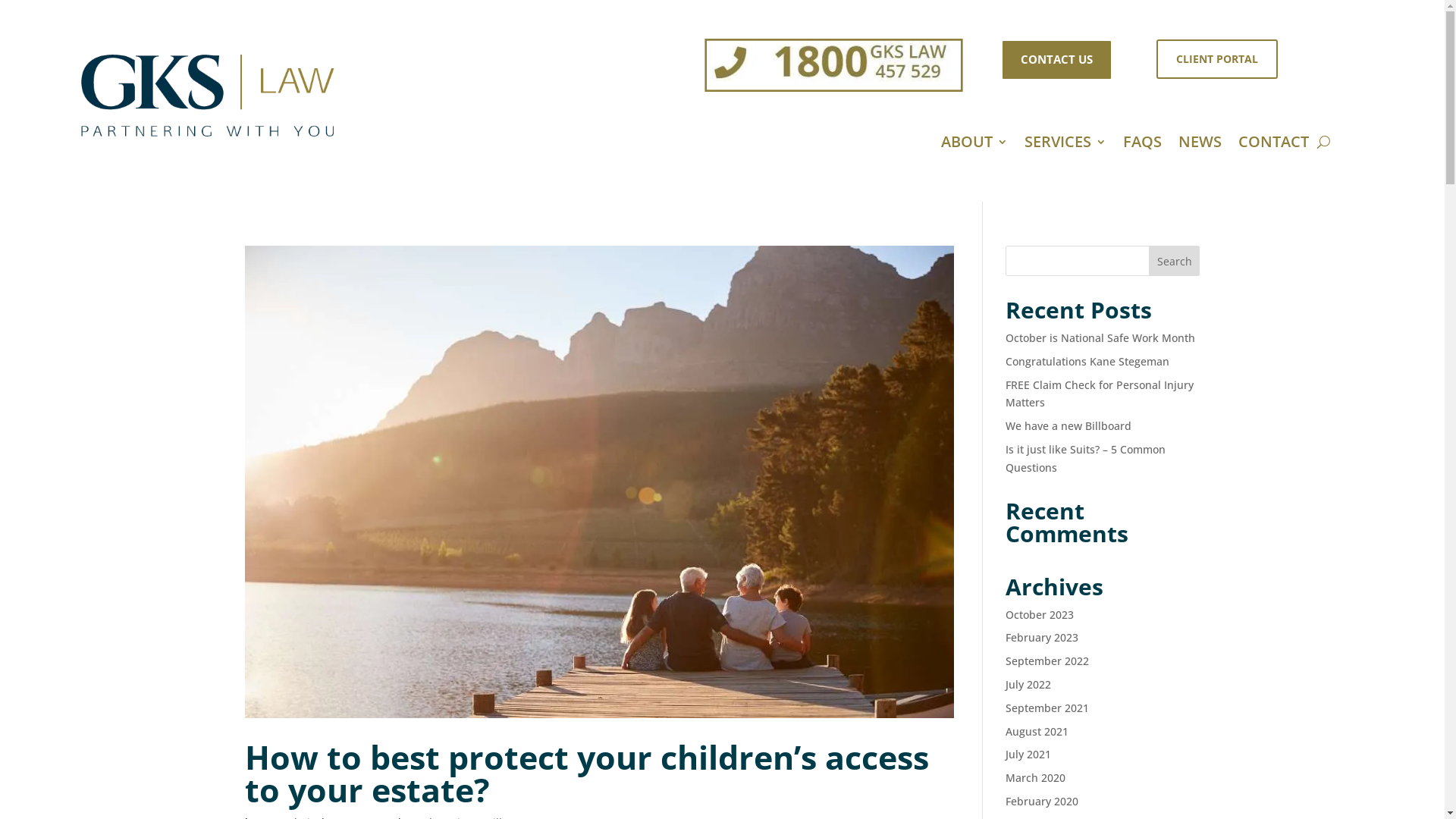 The width and height of the screenshot is (1456, 819). I want to click on 'September 2021', so click(1046, 708).